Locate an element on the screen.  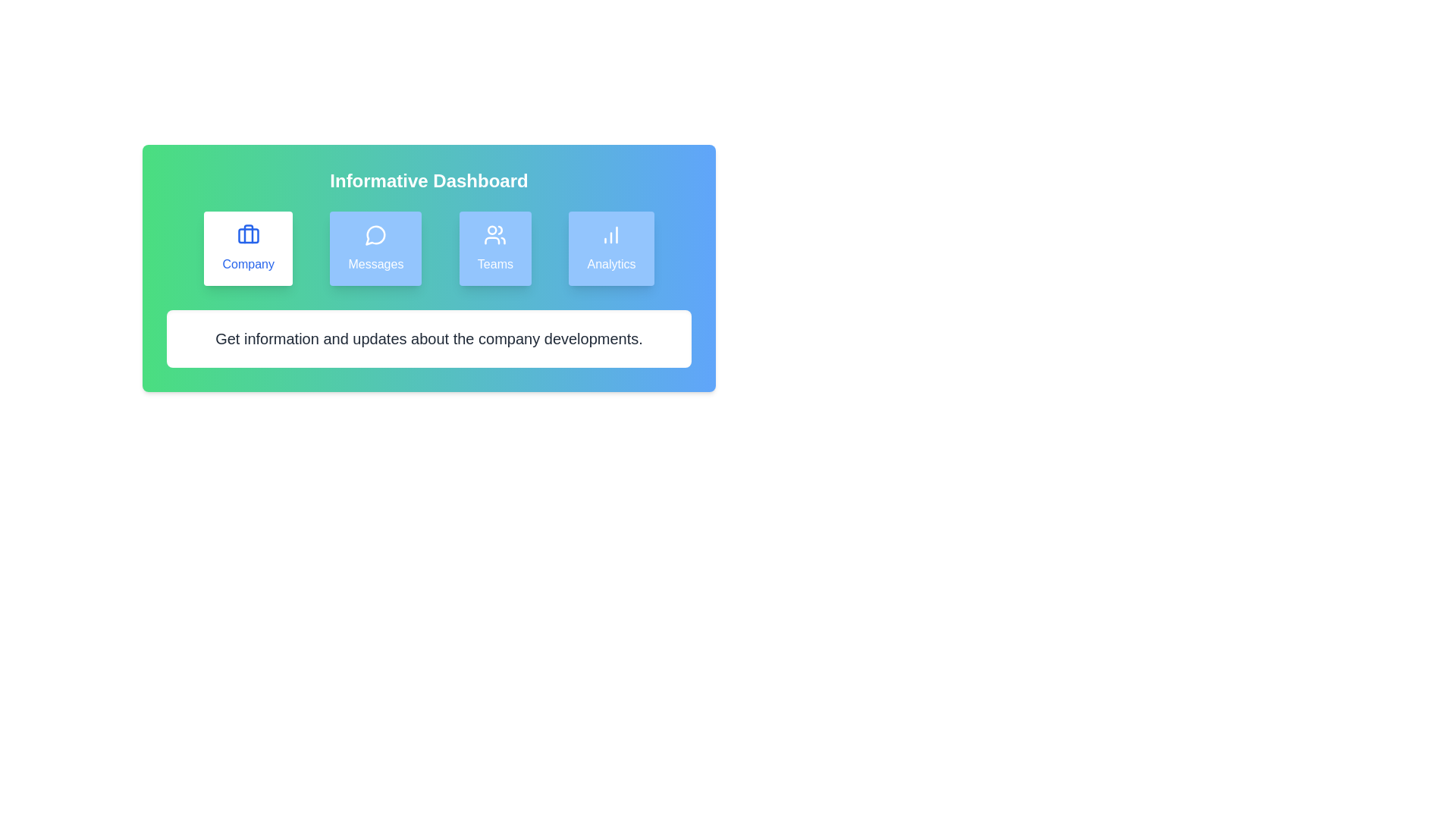
the 'Messages' button on the Navigation Menu is located at coordinates (428, 247).